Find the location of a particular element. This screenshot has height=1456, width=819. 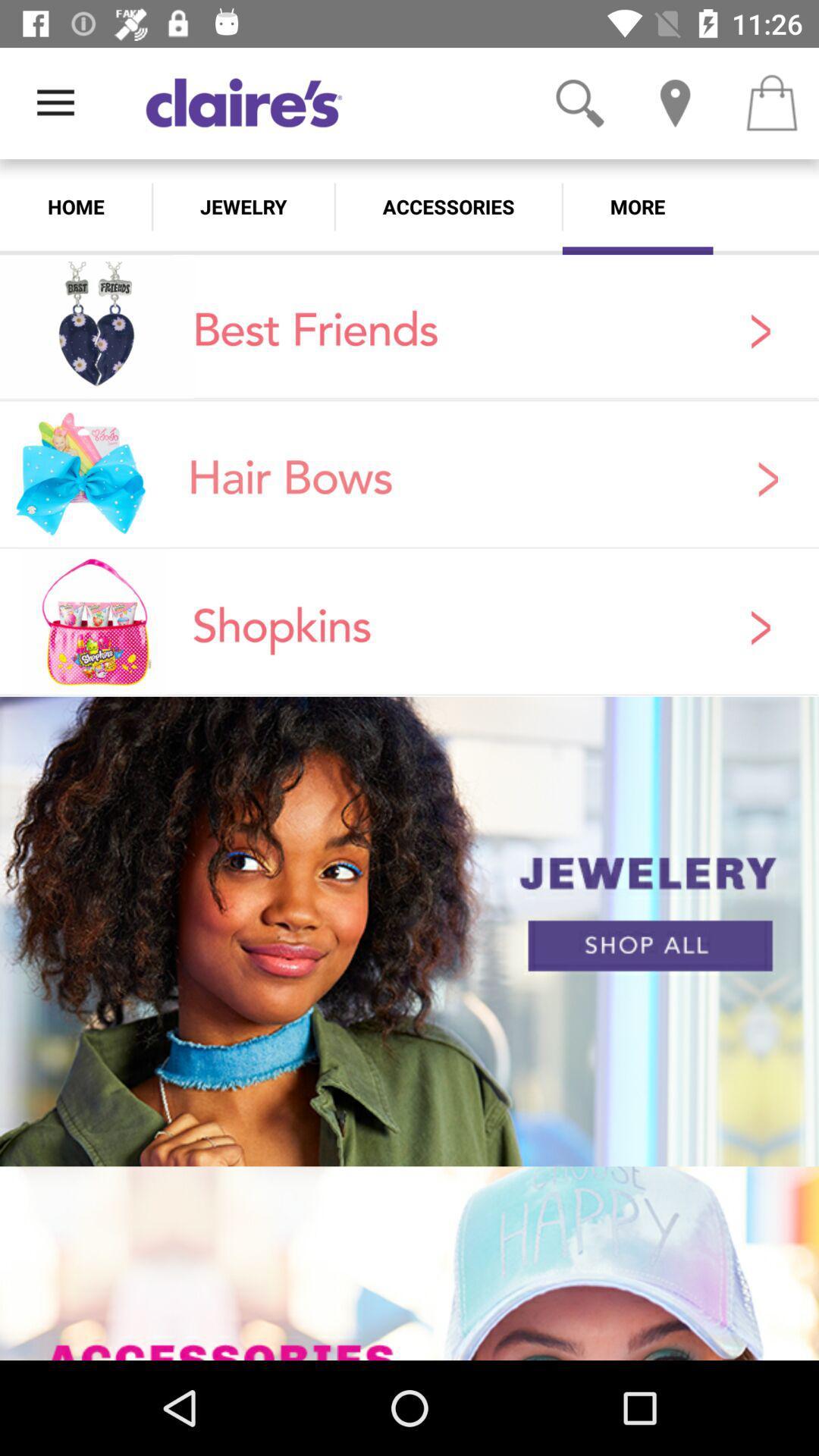

the icon next to the home icon is located at coordinates (243, 206).